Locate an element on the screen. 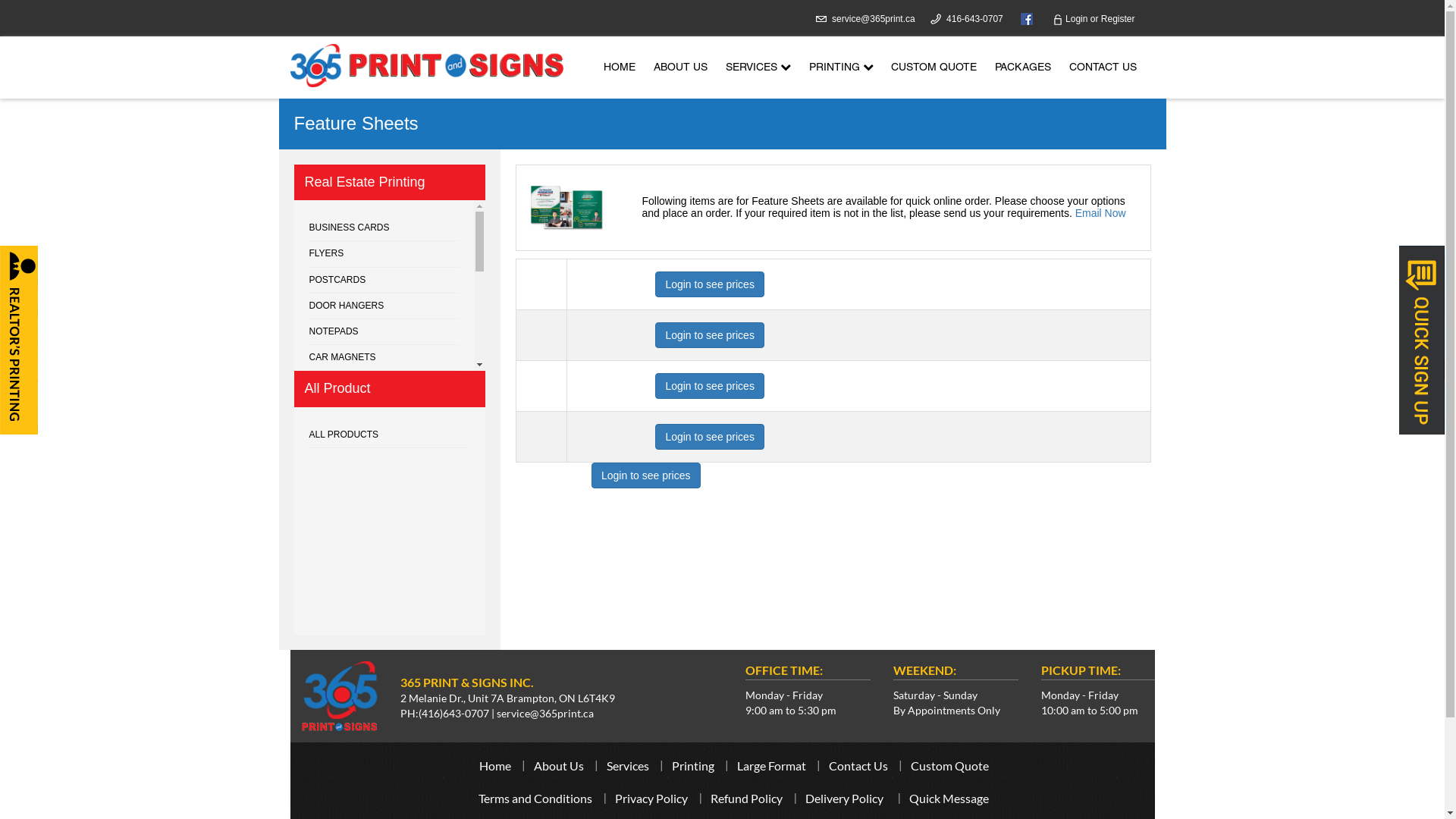 Image resolution: width=1456 pixels, height=819 pixels. 'Delivery Policy' is located at coordinates (804, 797).